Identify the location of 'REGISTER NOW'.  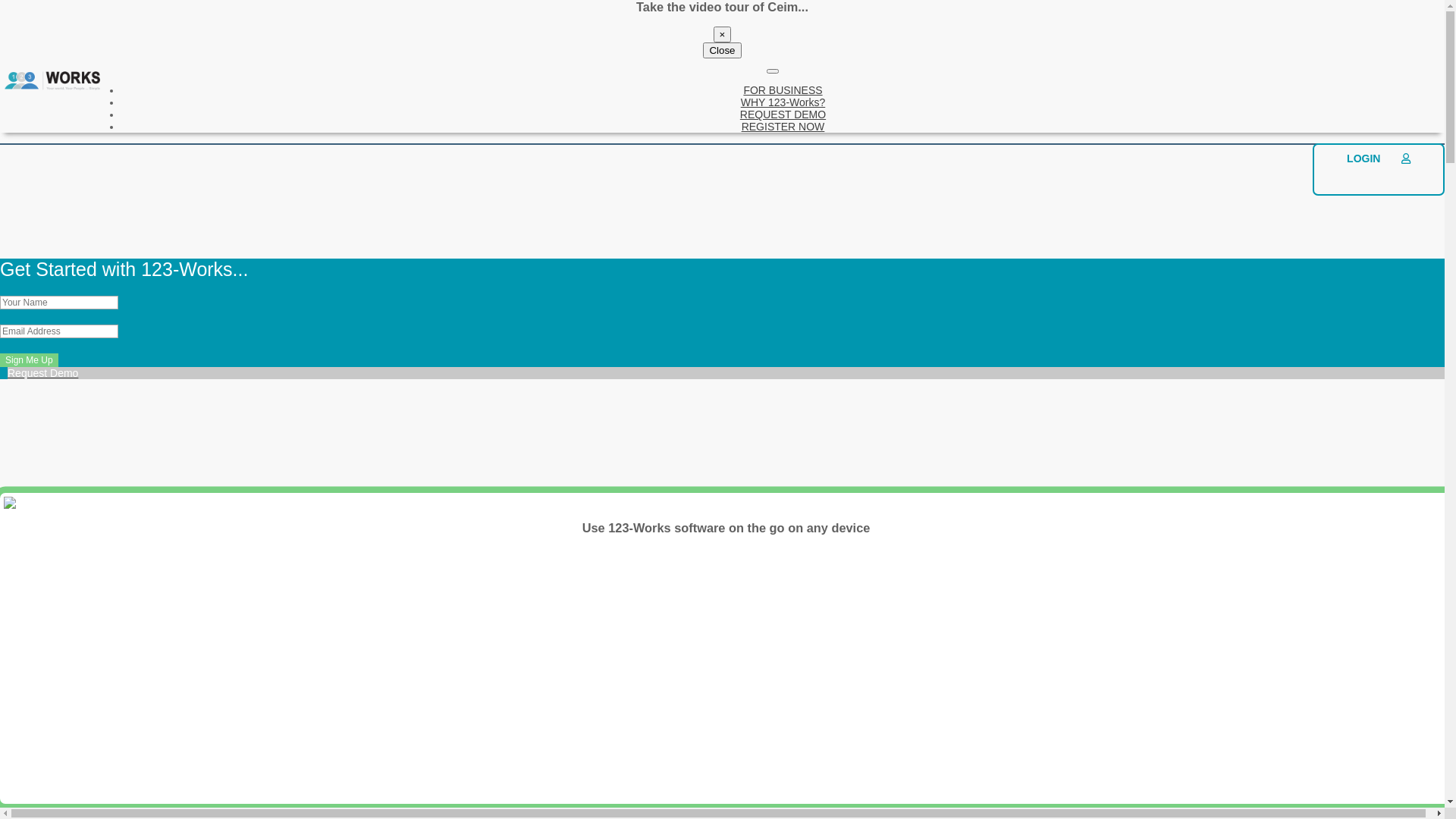
(742, 125).